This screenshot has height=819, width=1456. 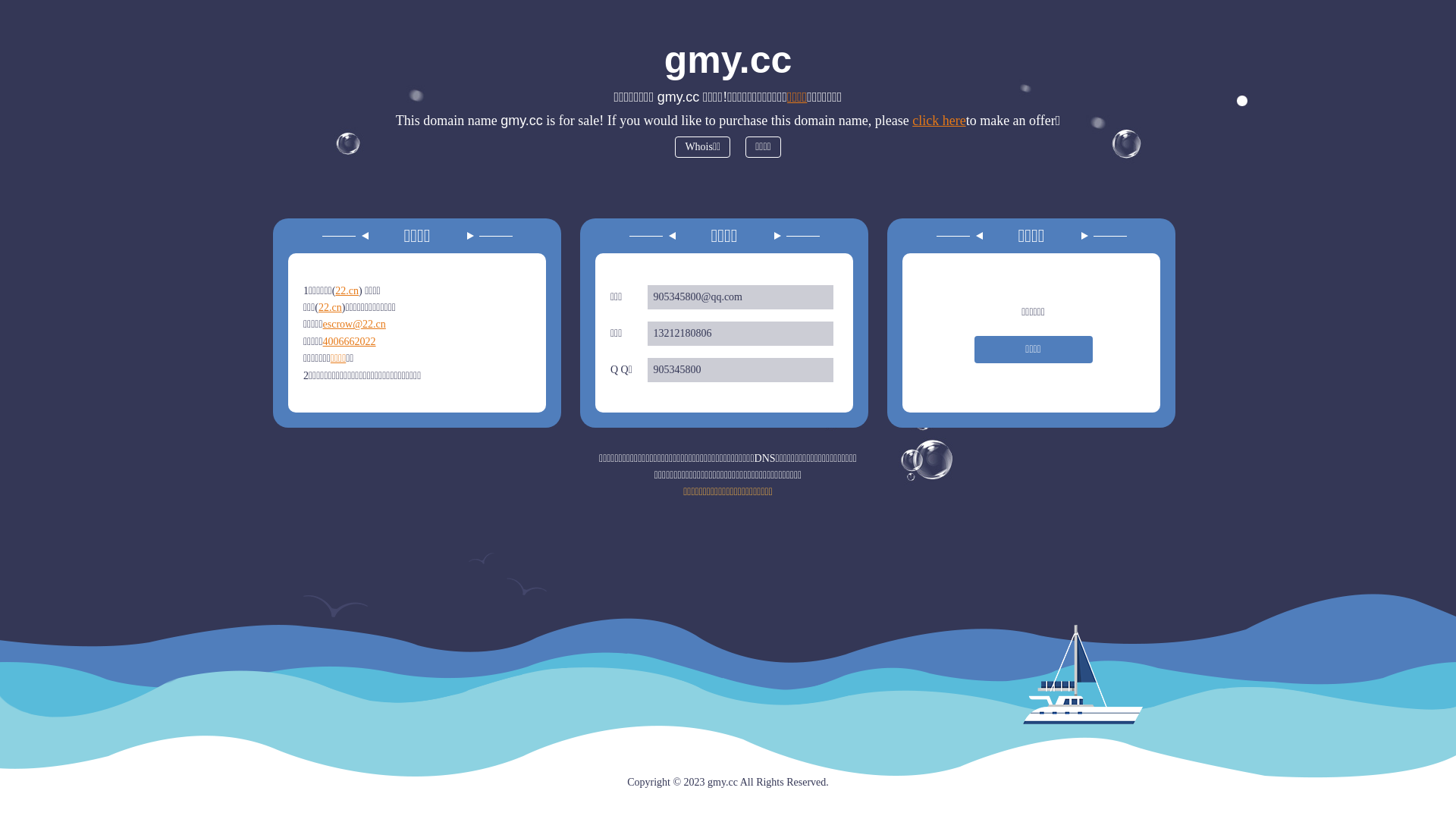 What do you see at coordinates (329, 307) in the screenshot?
I see `'22.cn'` at bounding box center [329, 307].